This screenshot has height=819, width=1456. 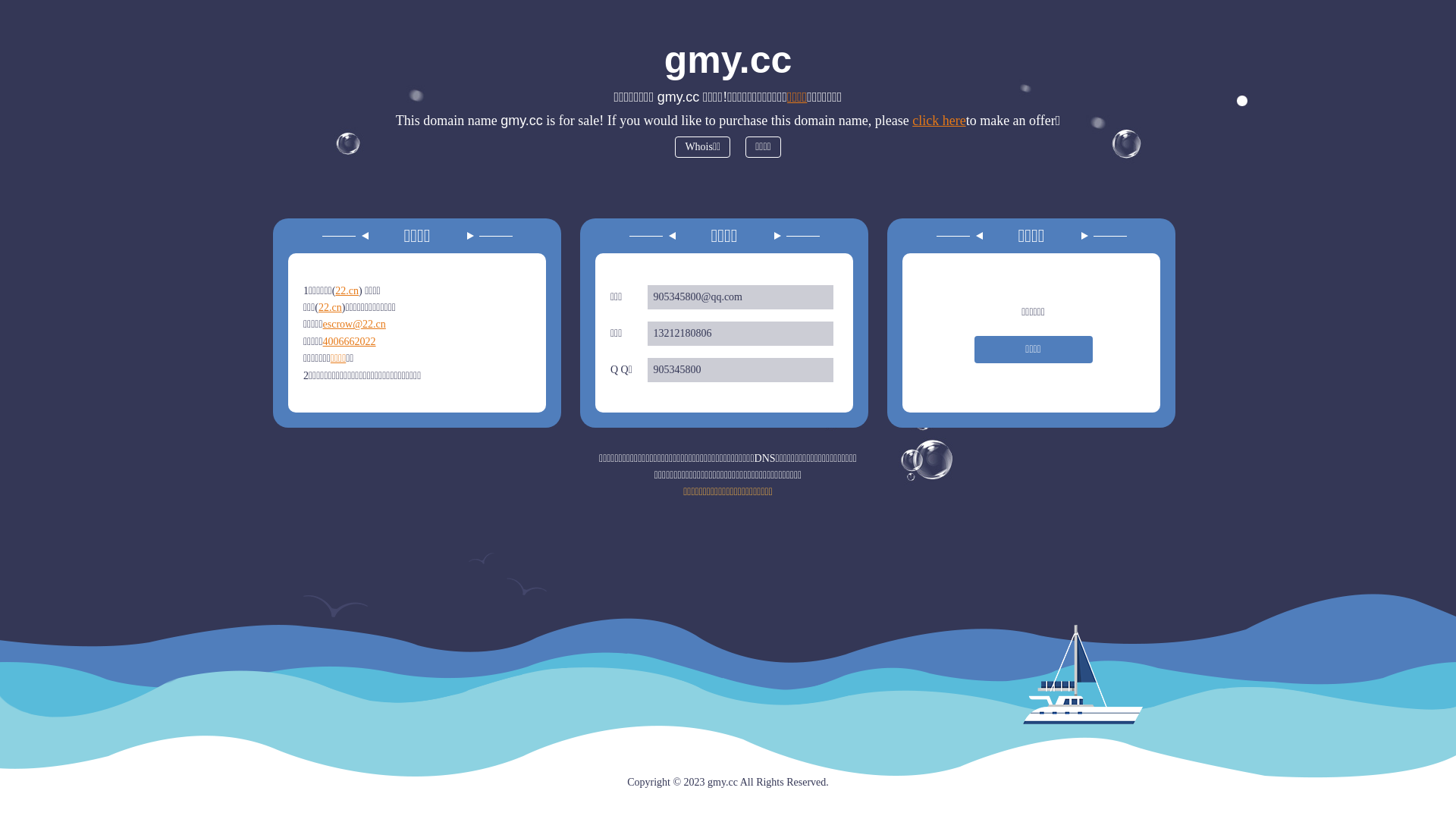 What do you see at coordinates (329, 307) in the screenshot?
I see `'22.cn'` at bounding box center [329, 307].